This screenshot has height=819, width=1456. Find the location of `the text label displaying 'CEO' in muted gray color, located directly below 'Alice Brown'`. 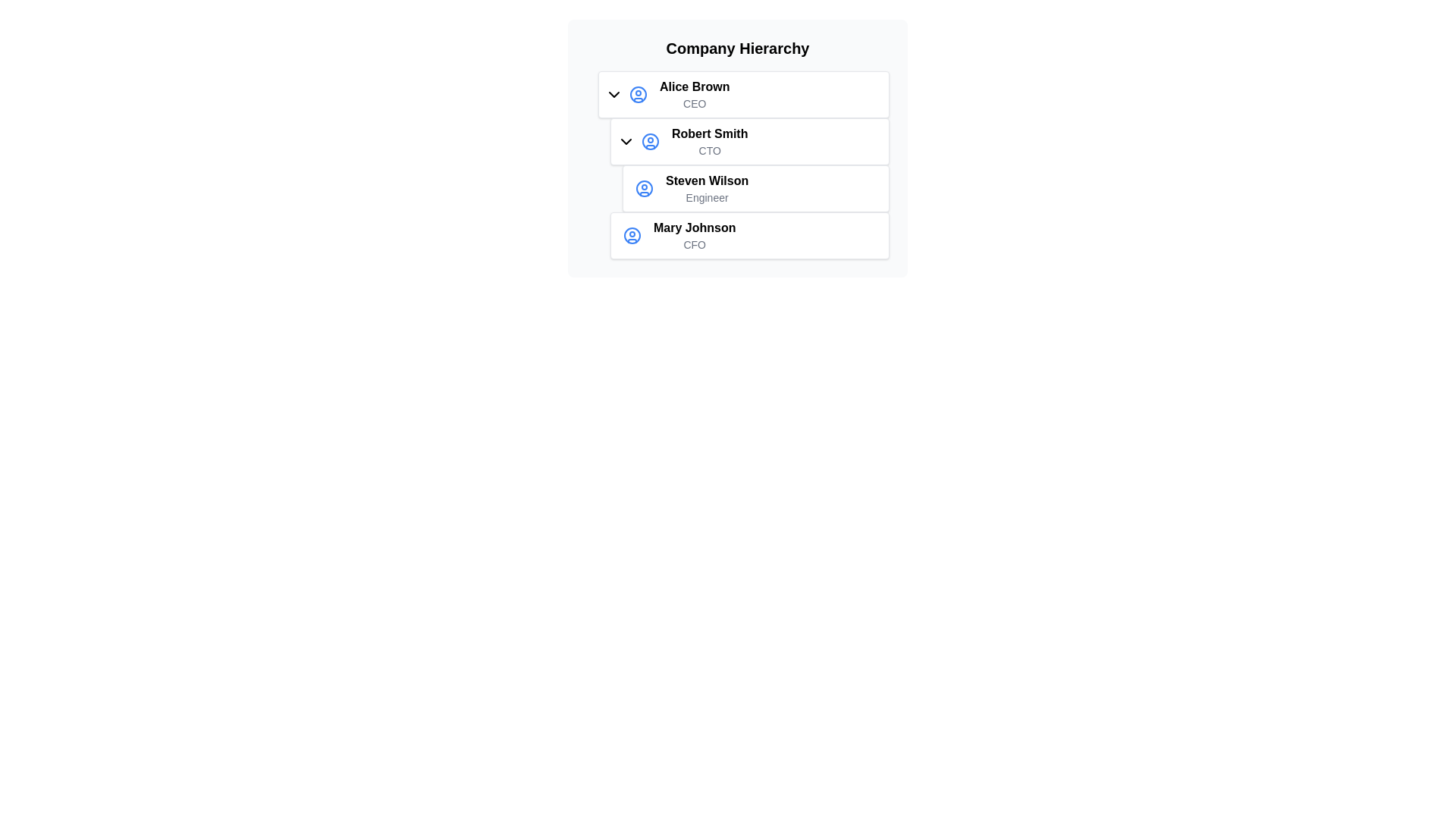

the text label displaying 'CEO' in muted gray color, located directly below 'Alice Brown' is located at coordinates (694, 103).